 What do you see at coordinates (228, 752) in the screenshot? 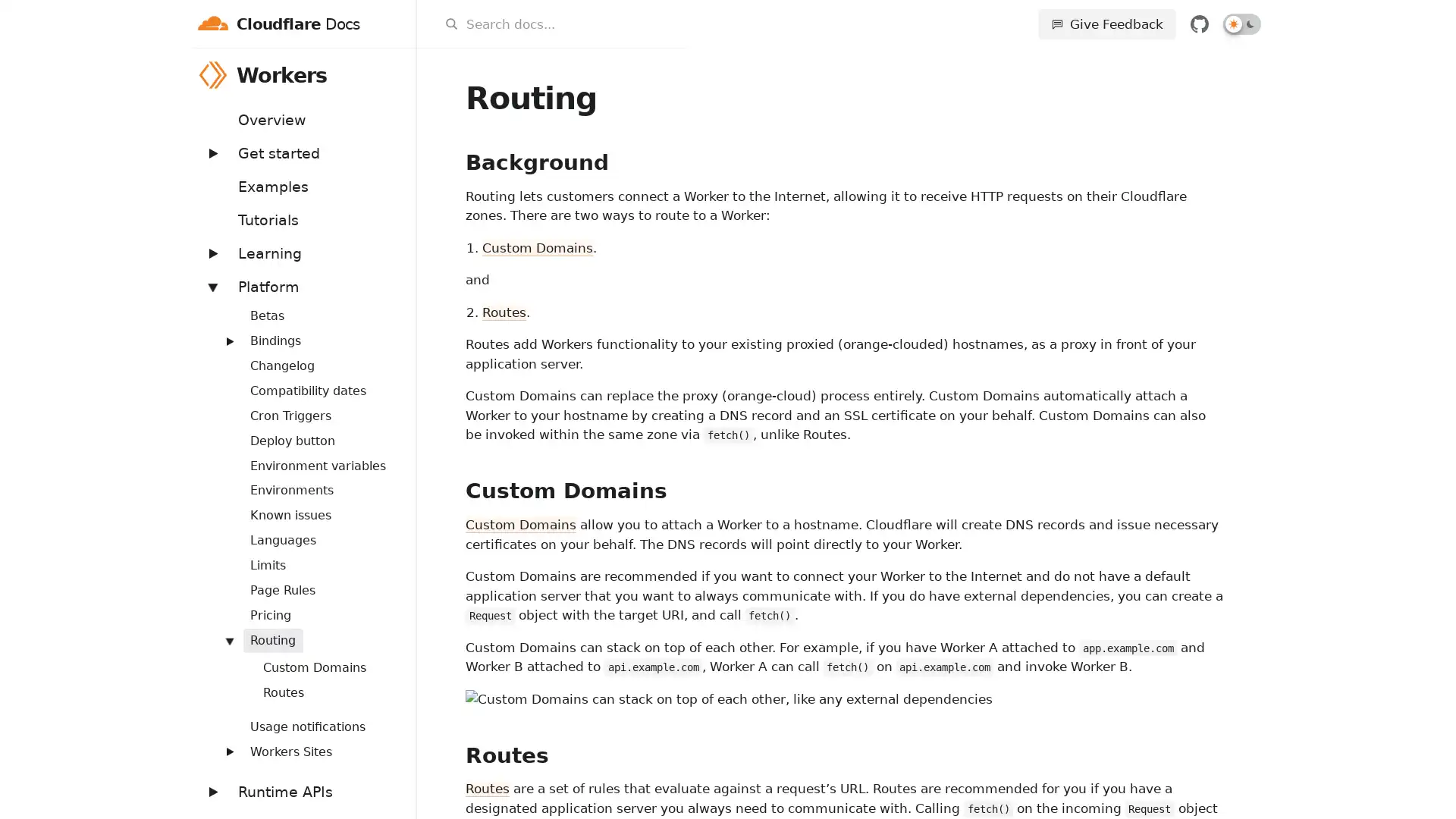
I see `Expand: Workers Sites` at bounding box center [228, 752].